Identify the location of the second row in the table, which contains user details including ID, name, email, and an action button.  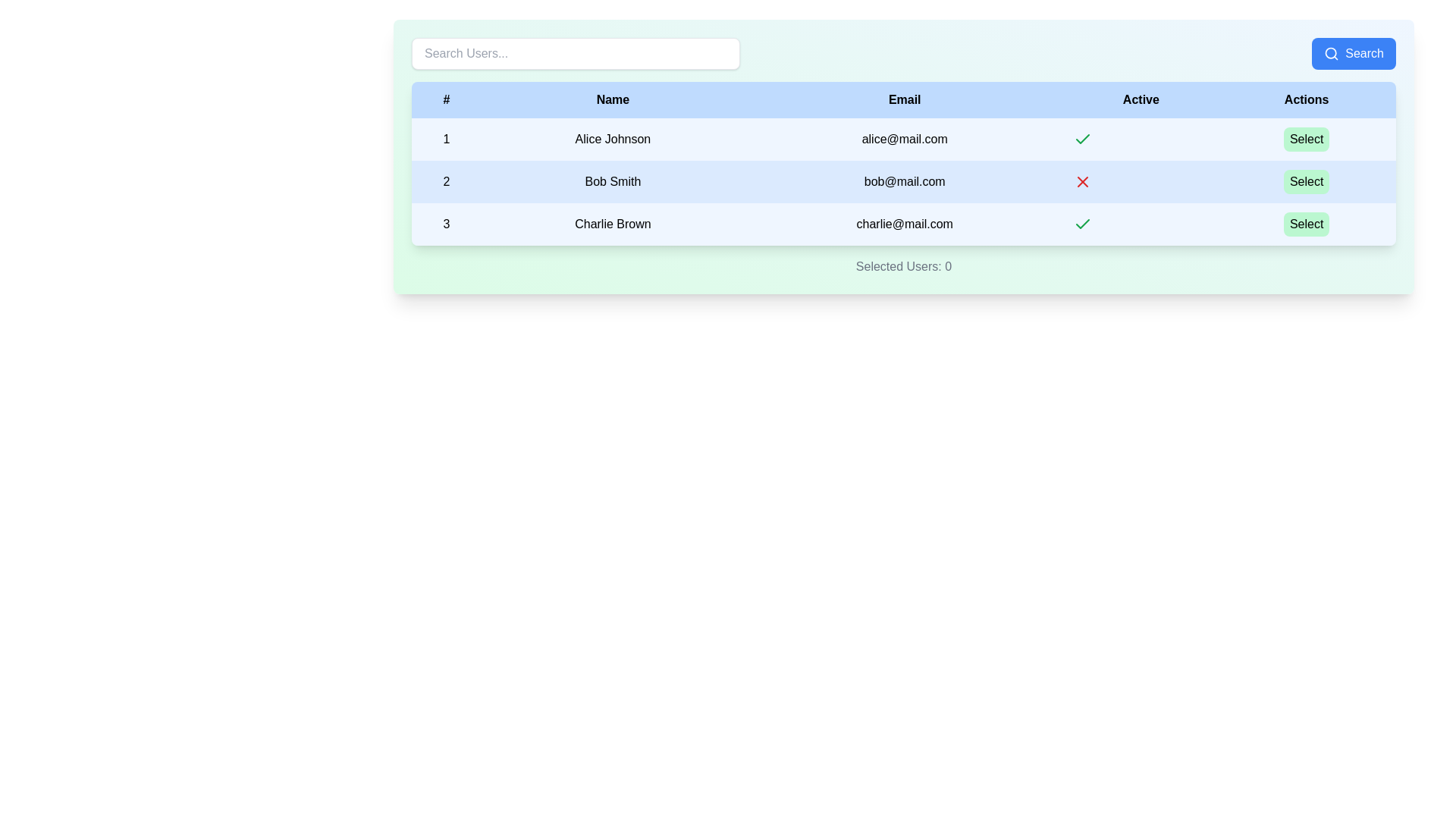
(903, 180).